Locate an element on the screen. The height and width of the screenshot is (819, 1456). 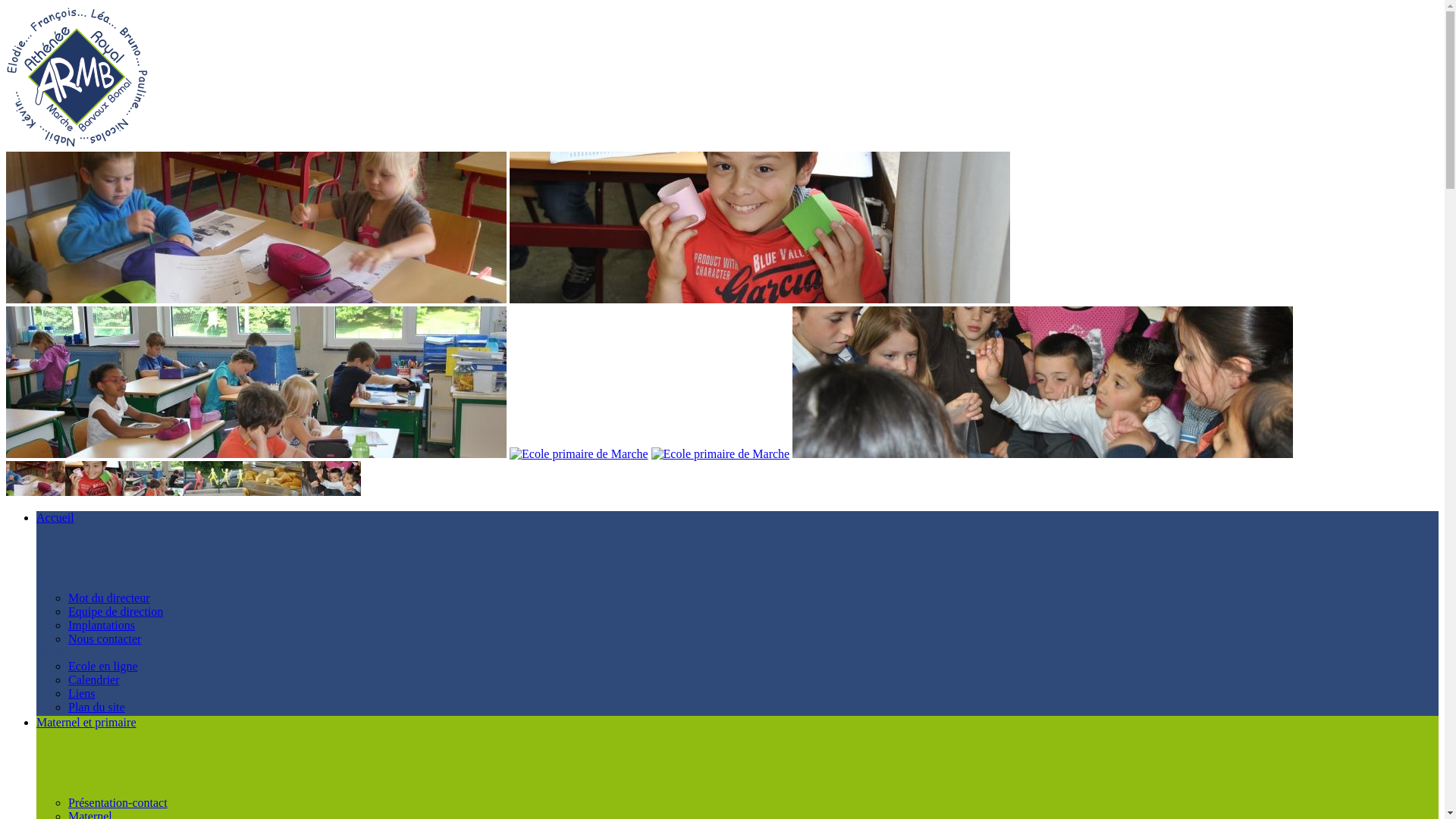
'Plan du site' is located at coordinates (96, 707).